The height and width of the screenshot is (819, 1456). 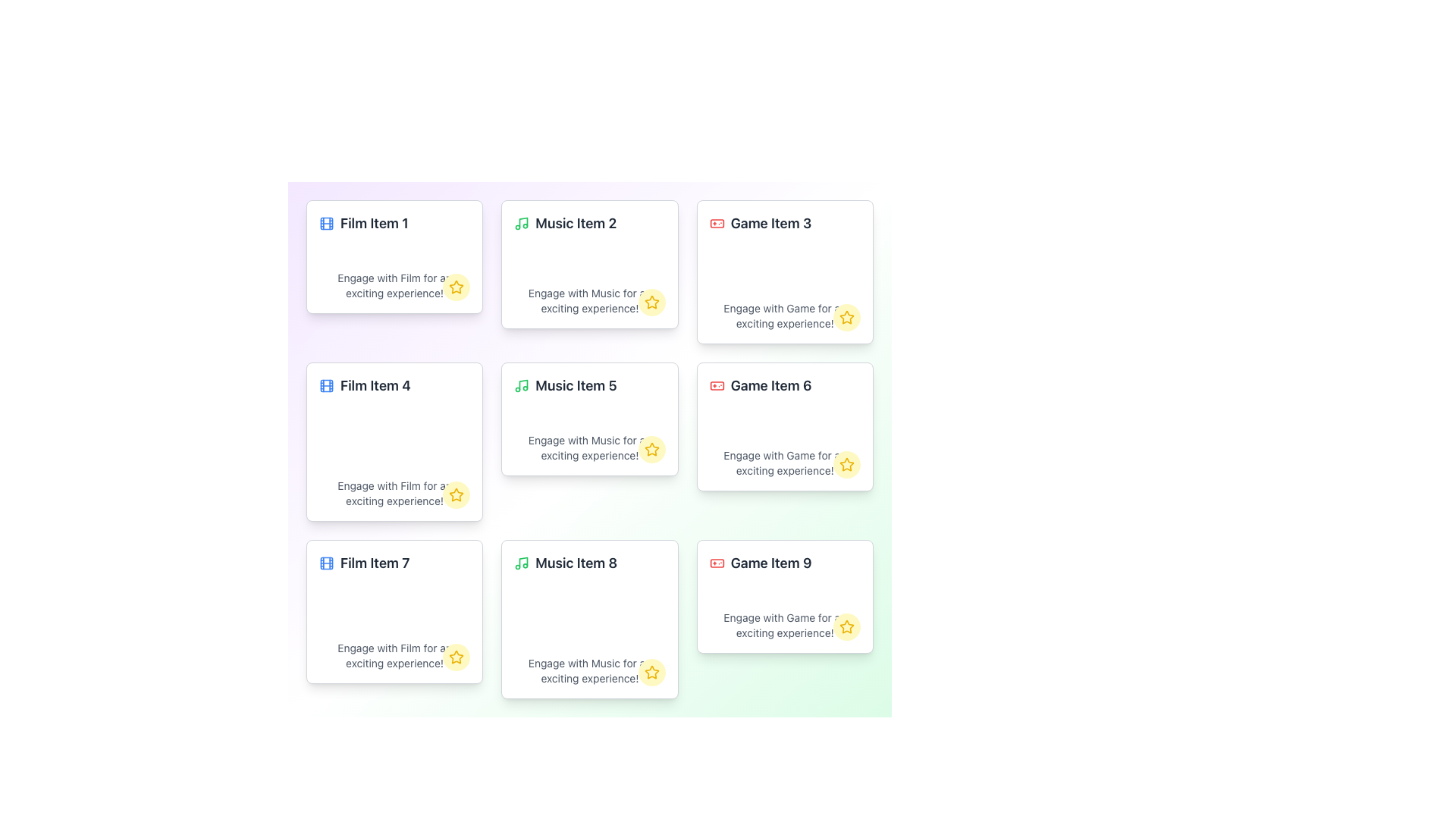 What do you see at coordinates (394, 563) in the screenshot?
I see `the Label with icon that identifies 'Film Item 7' in the catalog, located in the bottom-left cell of its section` at bounding box center [394, 563].